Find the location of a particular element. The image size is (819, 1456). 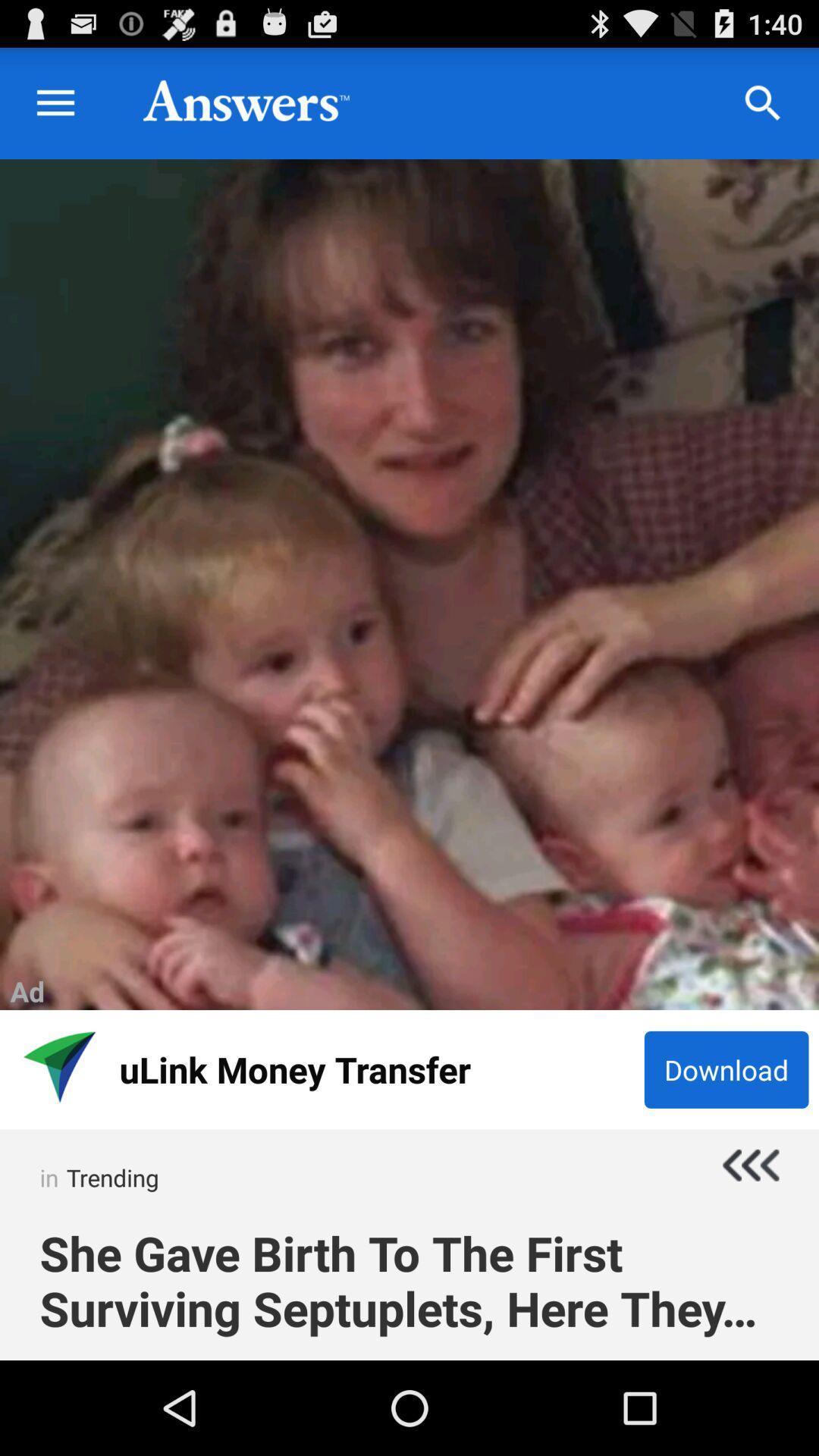

the navigation icon is located at coordinates (58, 1144).